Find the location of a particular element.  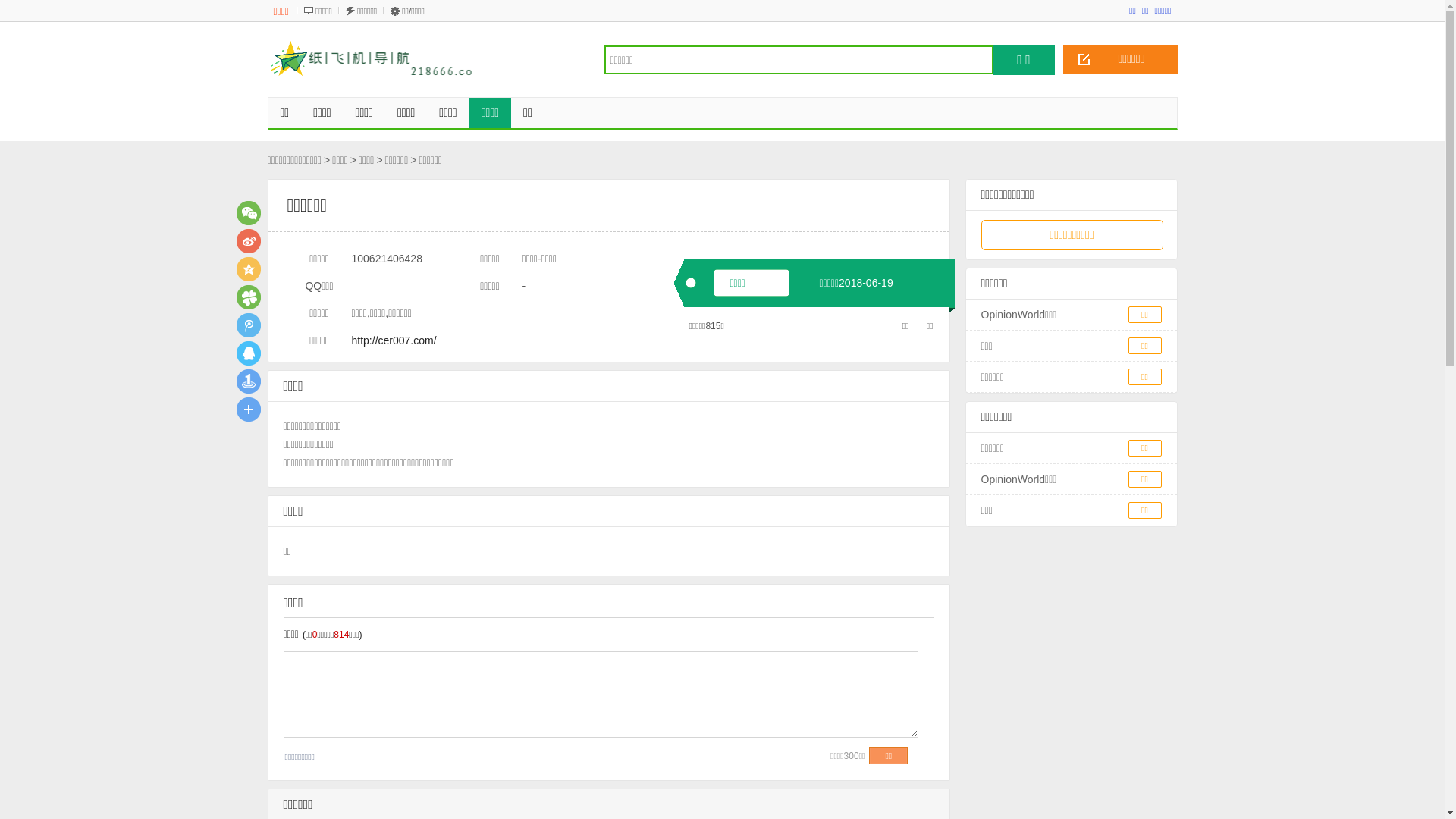

'http://cer007.com/' is located at coordinates (394, 339).